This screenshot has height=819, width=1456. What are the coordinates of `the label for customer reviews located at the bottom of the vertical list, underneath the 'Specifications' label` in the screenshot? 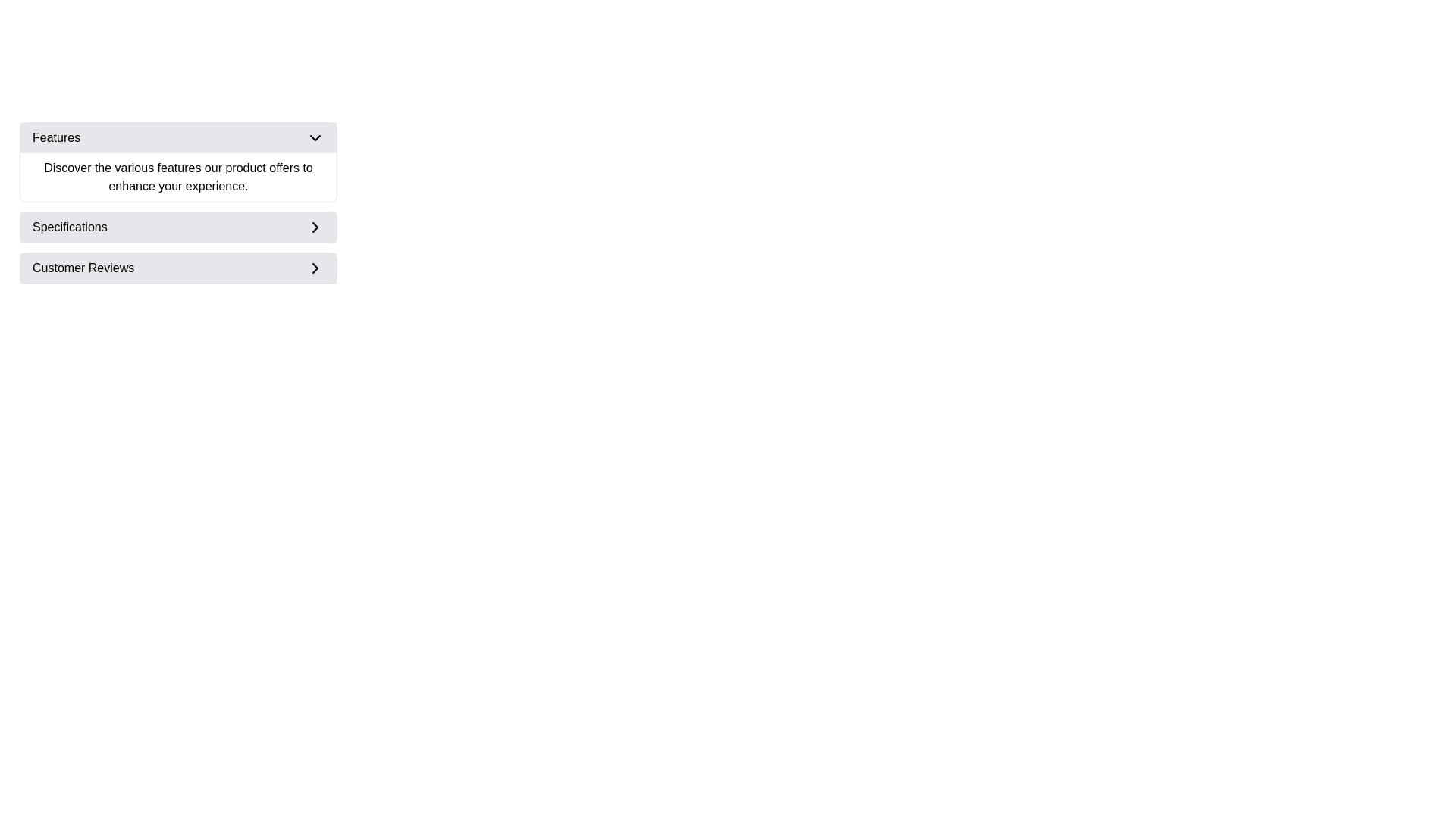 It's located at (83, 268).